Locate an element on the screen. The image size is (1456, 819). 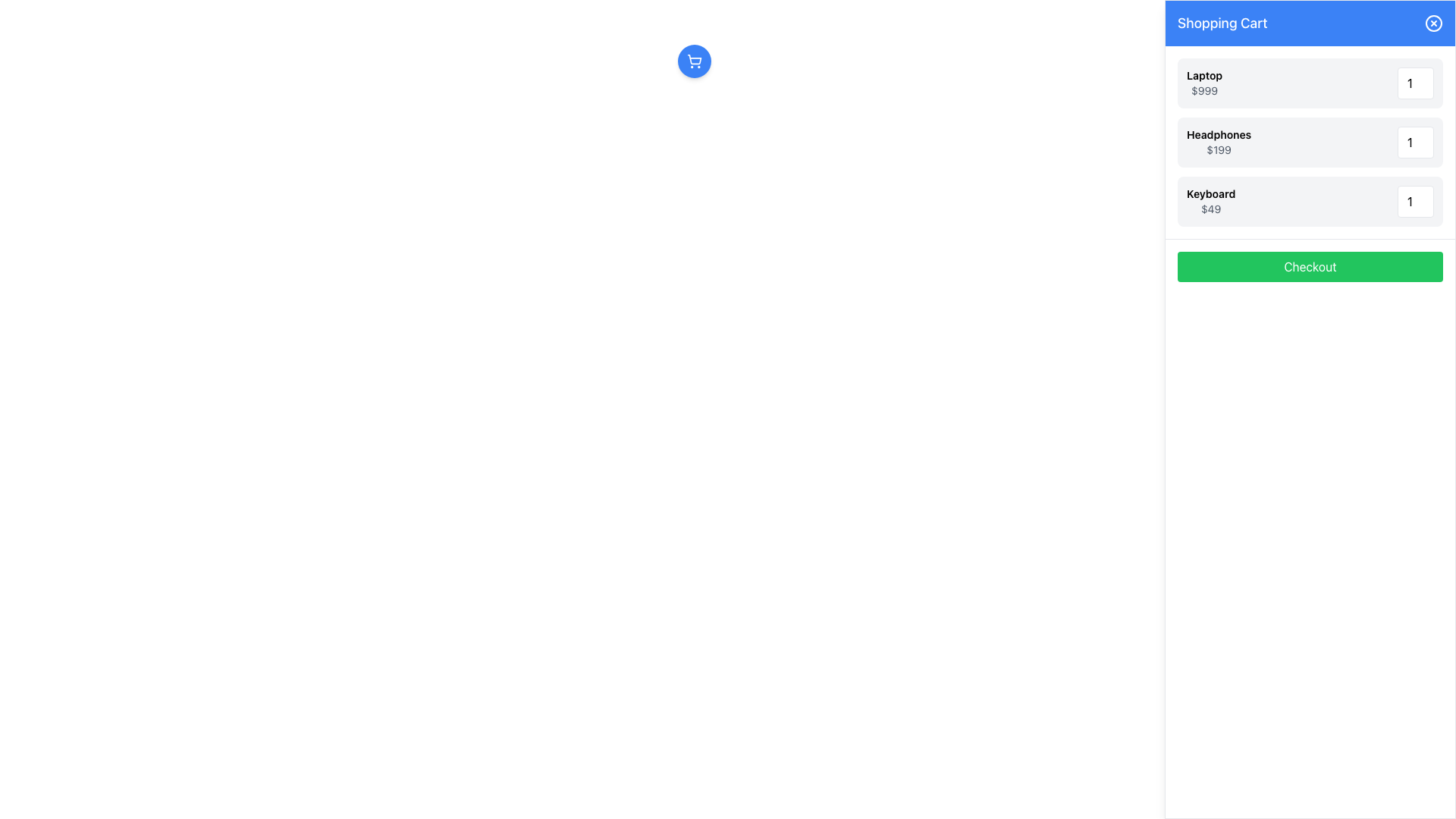
the price display text label located under the product name 'Headphones' in the shopping cart interface, positioned between the 'Laptop' and 'Keyboard' entries is located at coordinates (1219, 149).